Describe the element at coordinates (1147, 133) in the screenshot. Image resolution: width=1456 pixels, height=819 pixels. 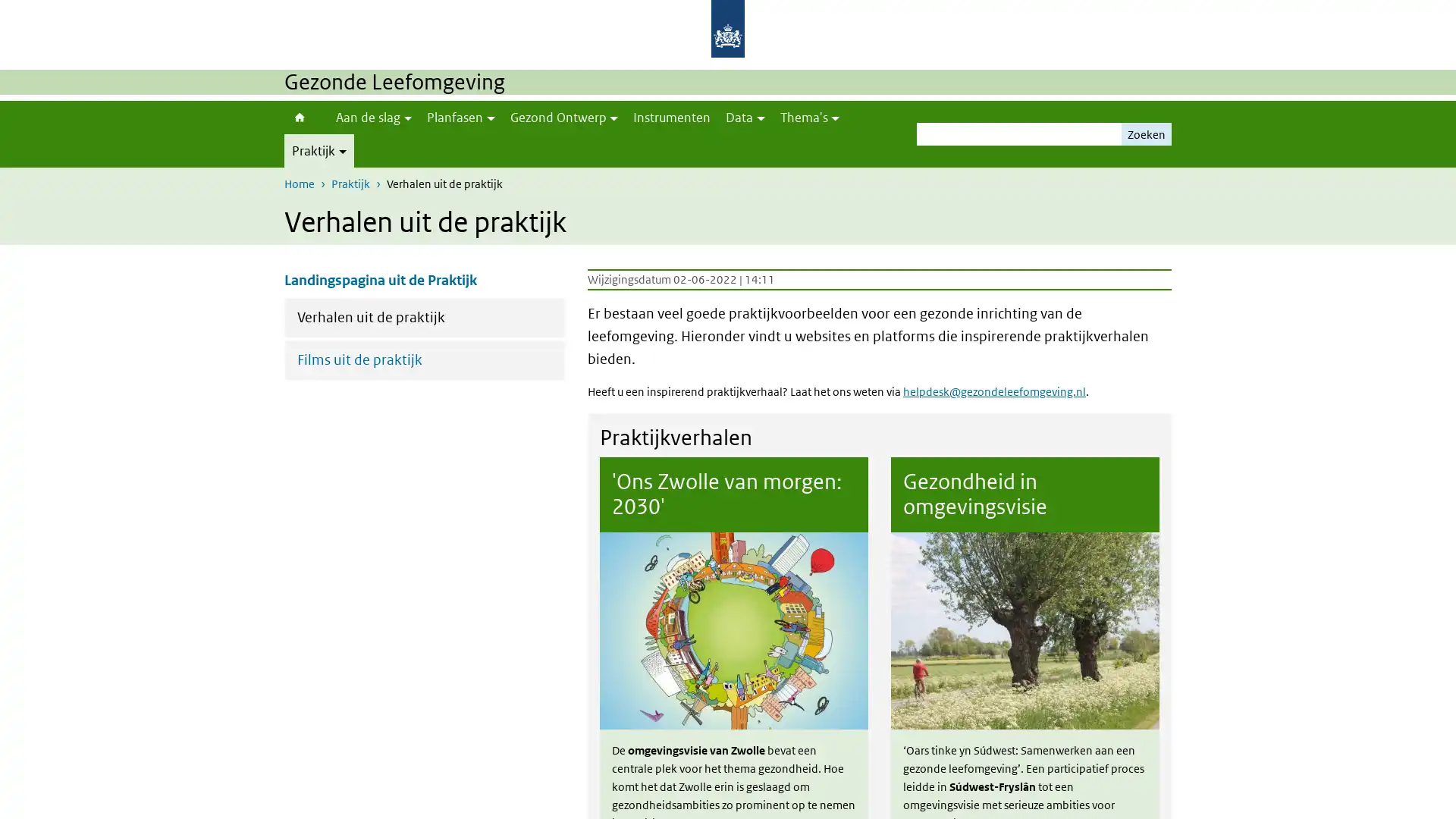
I see `Zoeken` at that location.